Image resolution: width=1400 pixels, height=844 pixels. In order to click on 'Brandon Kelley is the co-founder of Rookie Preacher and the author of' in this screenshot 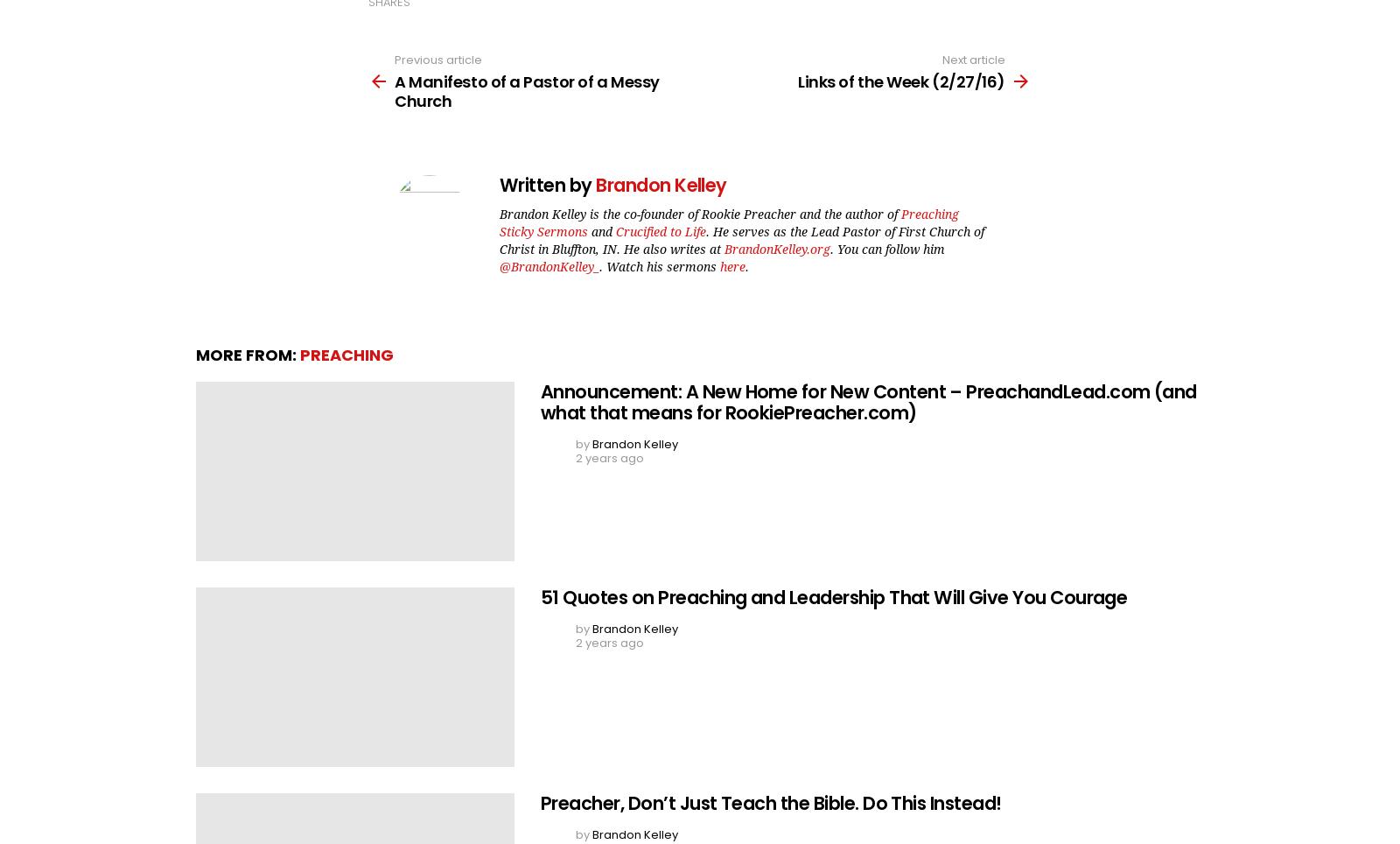, I will do `click(700, 212)`.